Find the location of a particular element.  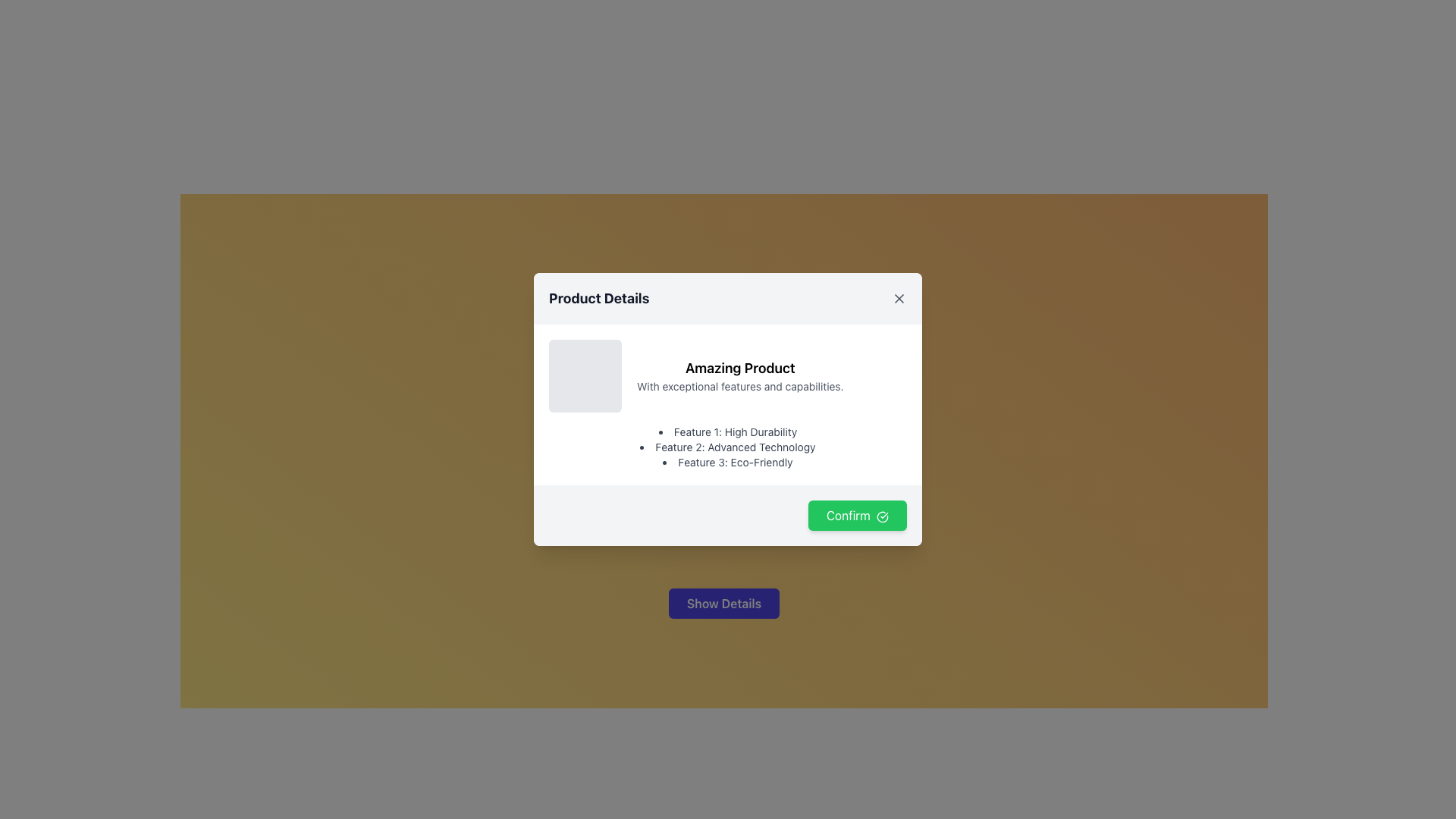

the Decorative Icon that resembles a checkmark inside a green circle, located within the 'Confirm' button at the bottom right corner of the modal dialog box is located at coordinates (882, 516).